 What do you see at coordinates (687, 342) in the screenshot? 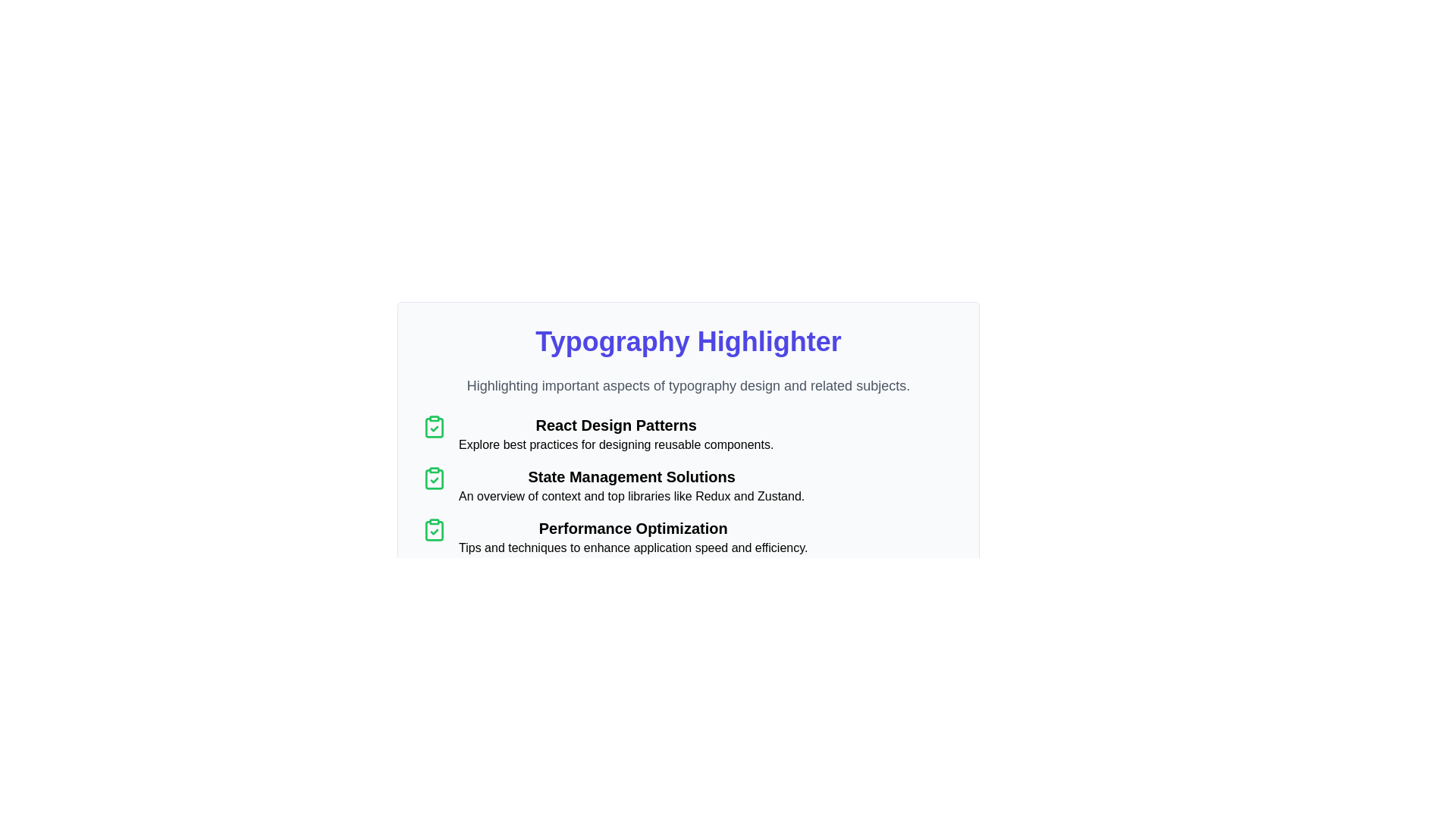
I see `on the text label displaying 'Typography Highlighter'` at bounding box center [687, 342].